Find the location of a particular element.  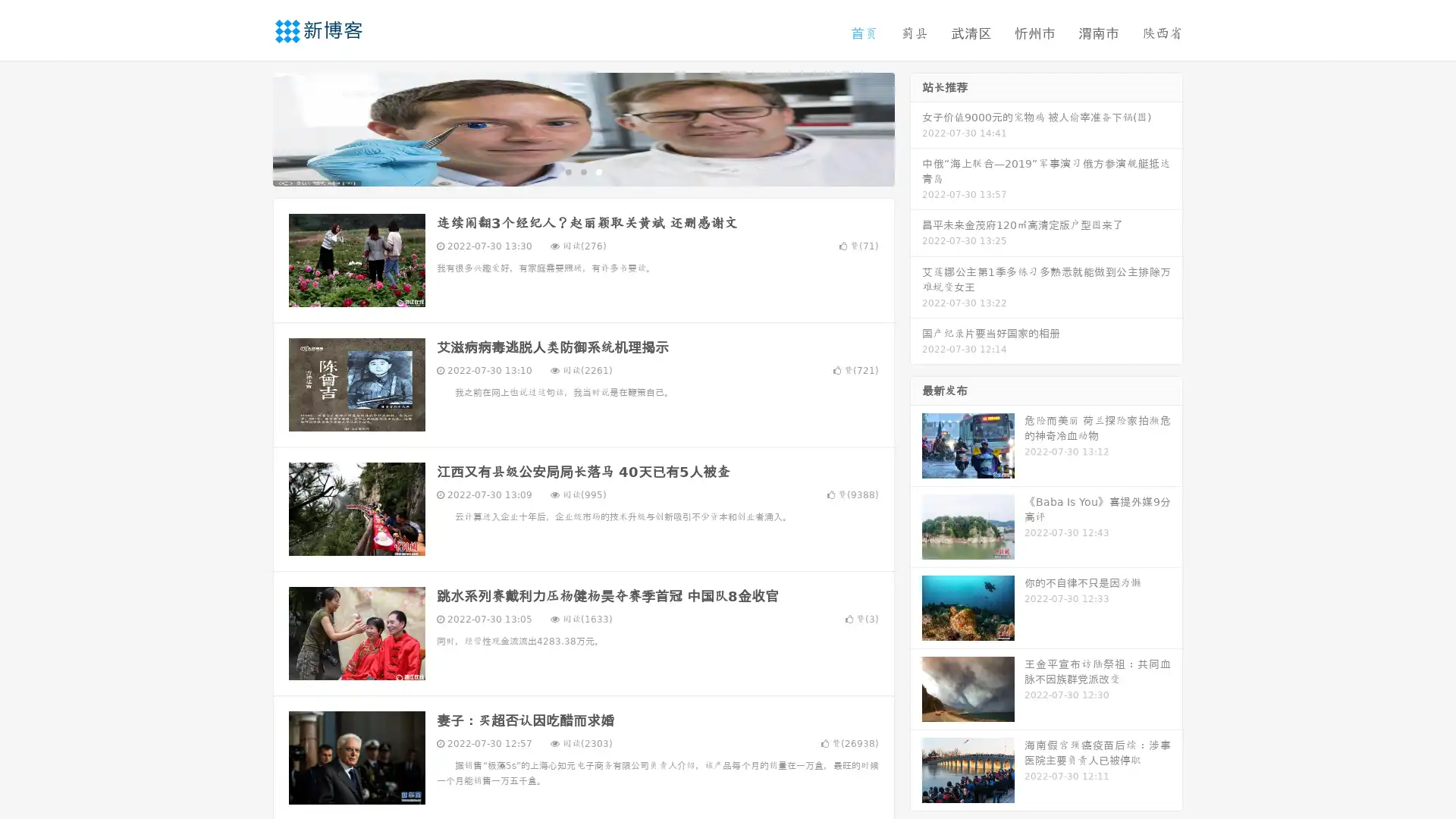

Go to slide 3 is located at coordinates (598, 171).